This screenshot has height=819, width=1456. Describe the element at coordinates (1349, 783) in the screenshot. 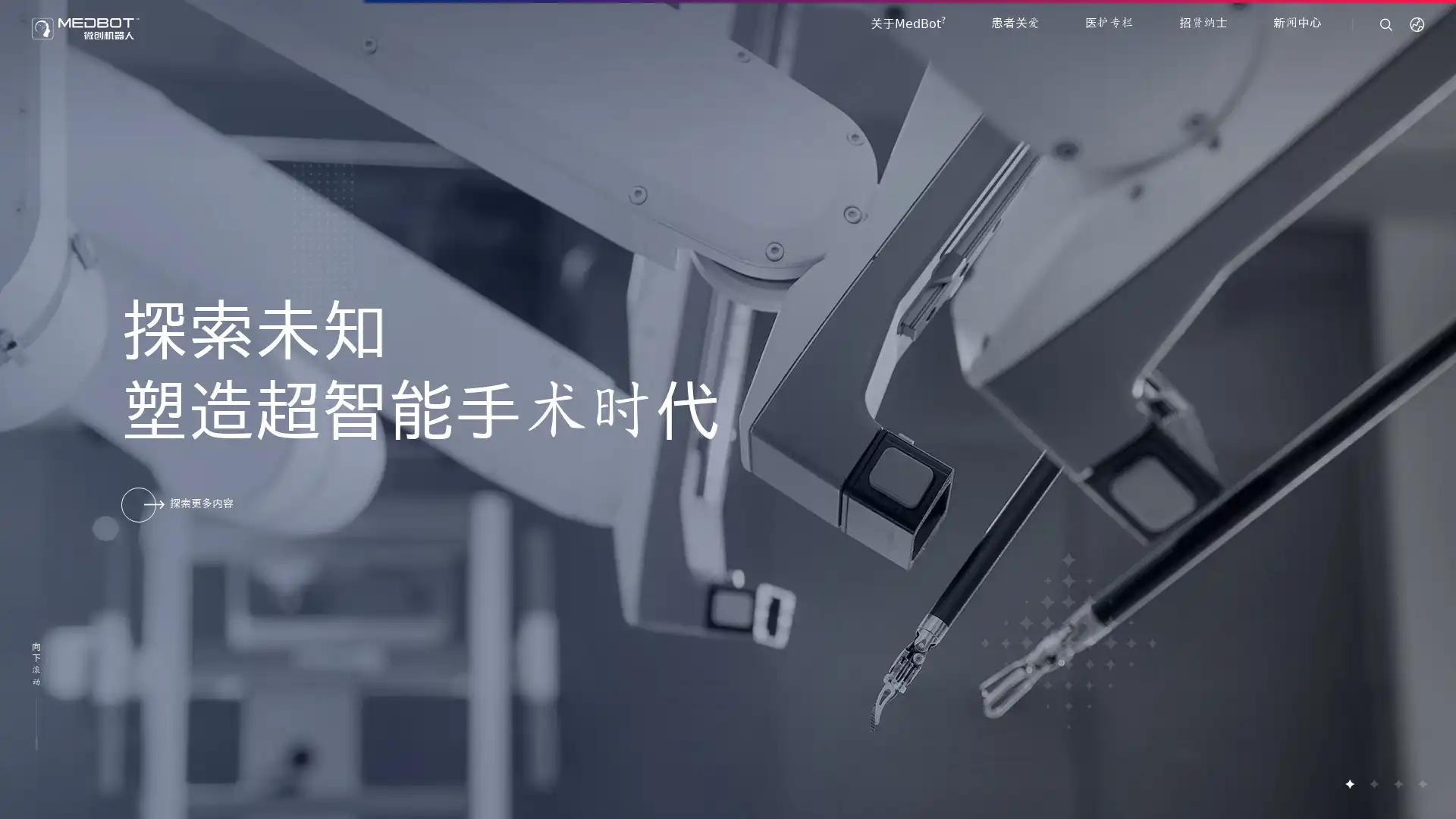

I see `Go to slide 1` at that location.